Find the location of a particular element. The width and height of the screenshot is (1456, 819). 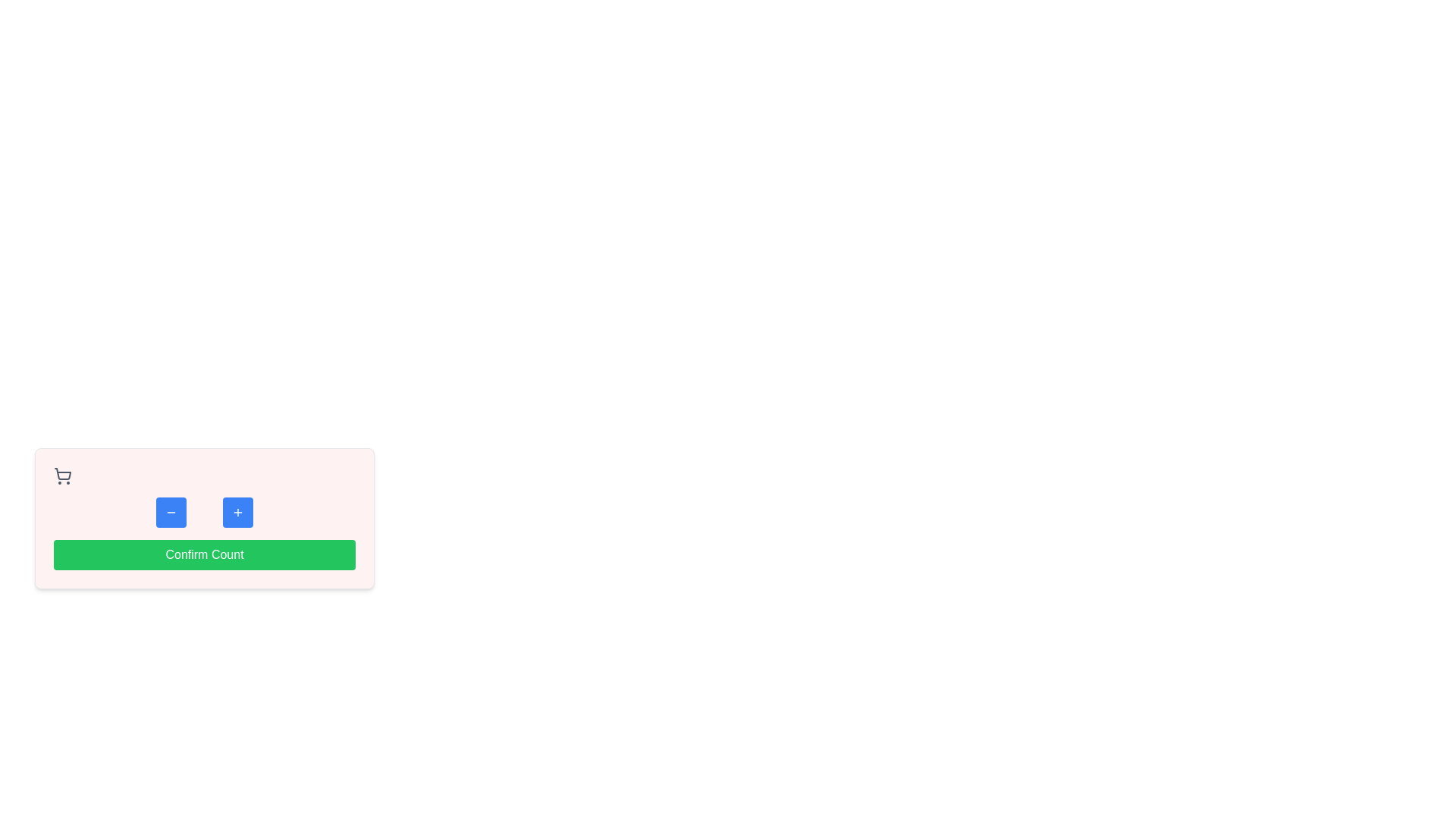

the increment button, which is the second button in a row layout, located to the right of a blue minus button and on the same row as a green 'Confirm Count' button is located at coordinates (237, 512).